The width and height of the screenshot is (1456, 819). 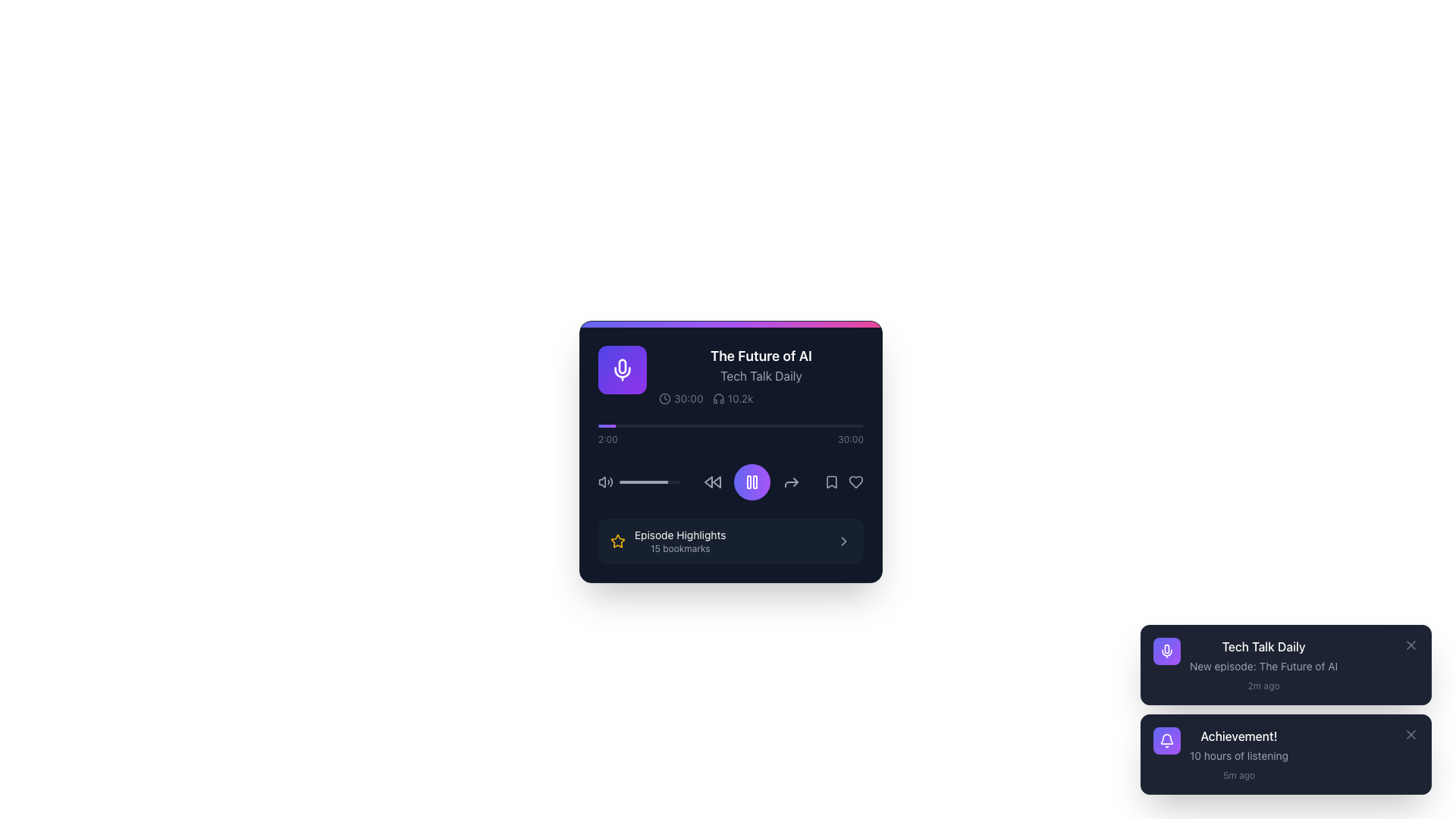 What do you see at coordinates (855, 482) in the screenshot?
I see `the heart-shaped icon button that changes color from gray to pink when hovered over, located in the lower section of the card interface, to the right of a bookmark icon` at bounding box center [855, 482].